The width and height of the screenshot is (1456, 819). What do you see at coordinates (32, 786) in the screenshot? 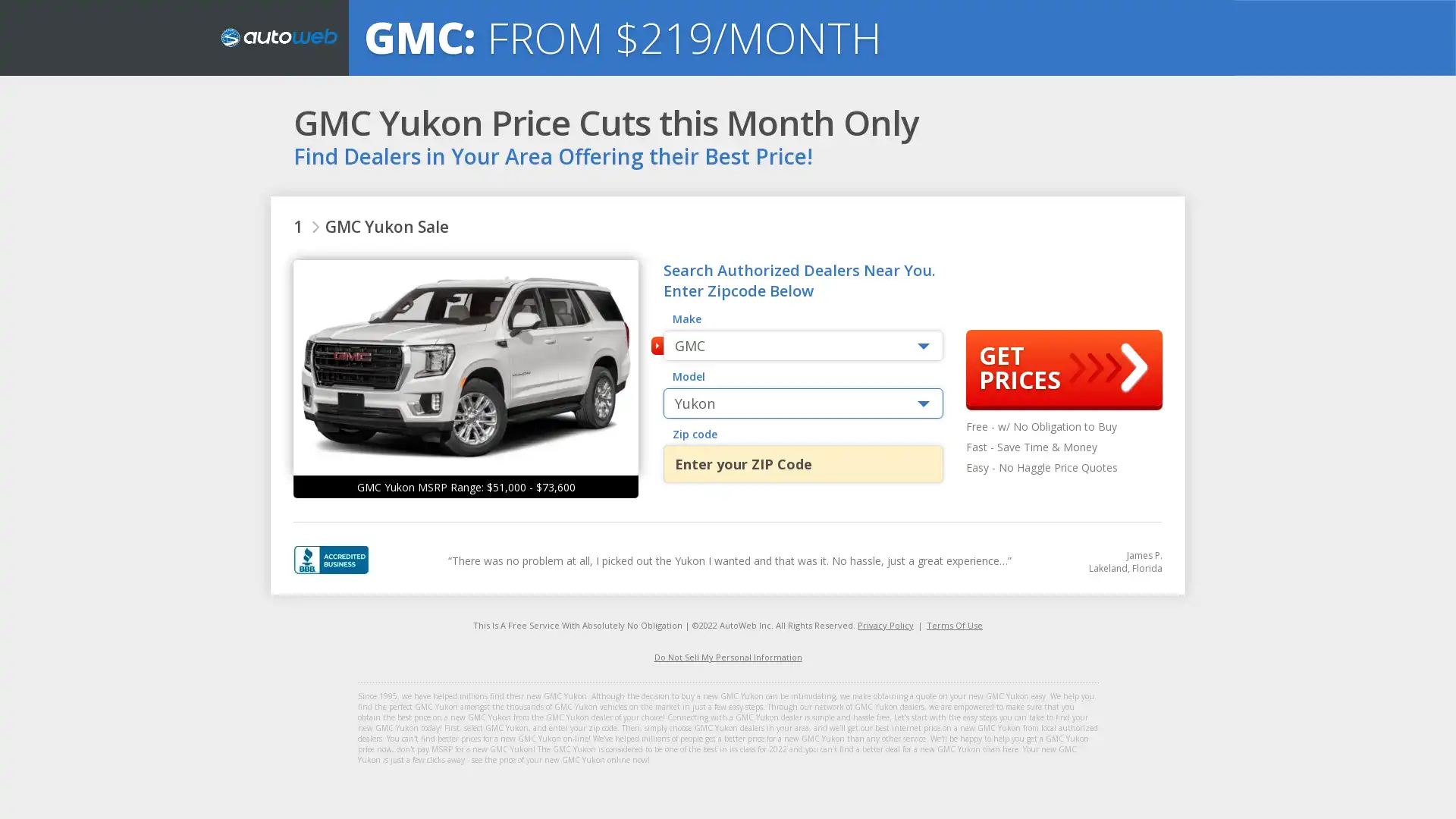
I see `Open accessibility options, statement and help` at bounding box center [32, 786].